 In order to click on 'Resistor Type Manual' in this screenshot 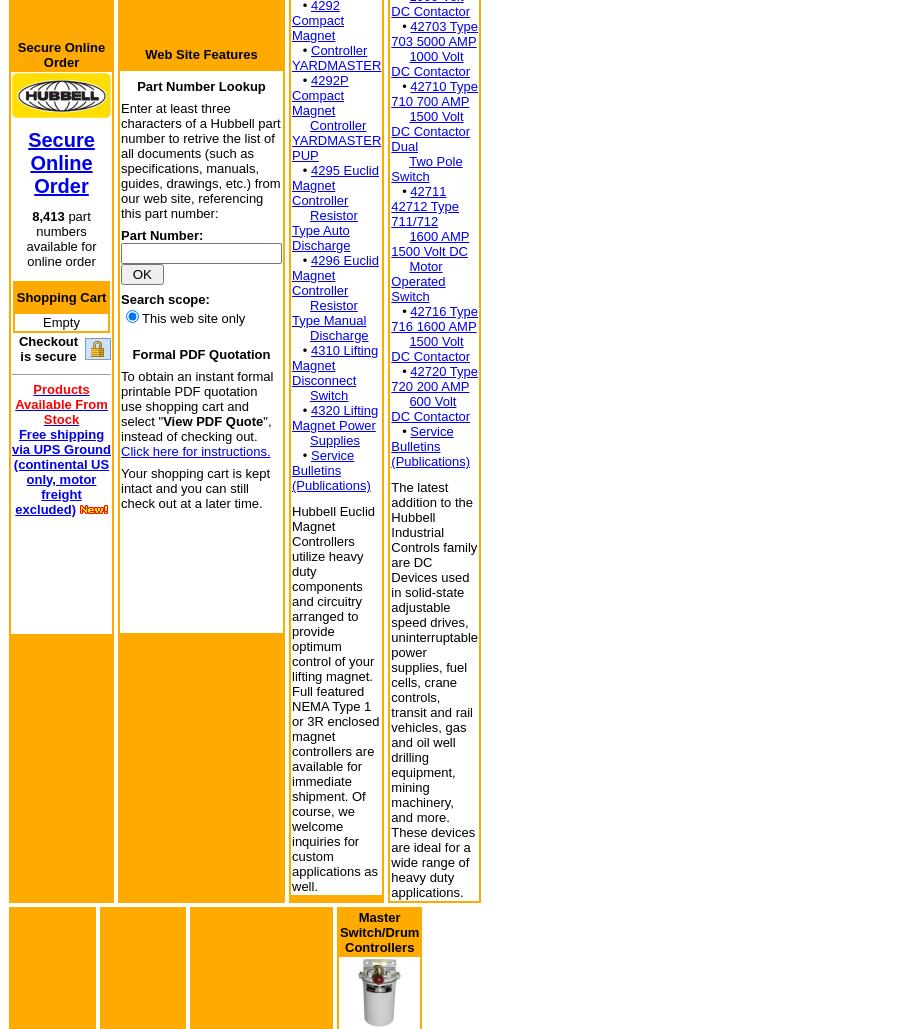, I will do `click(328, 311)`.